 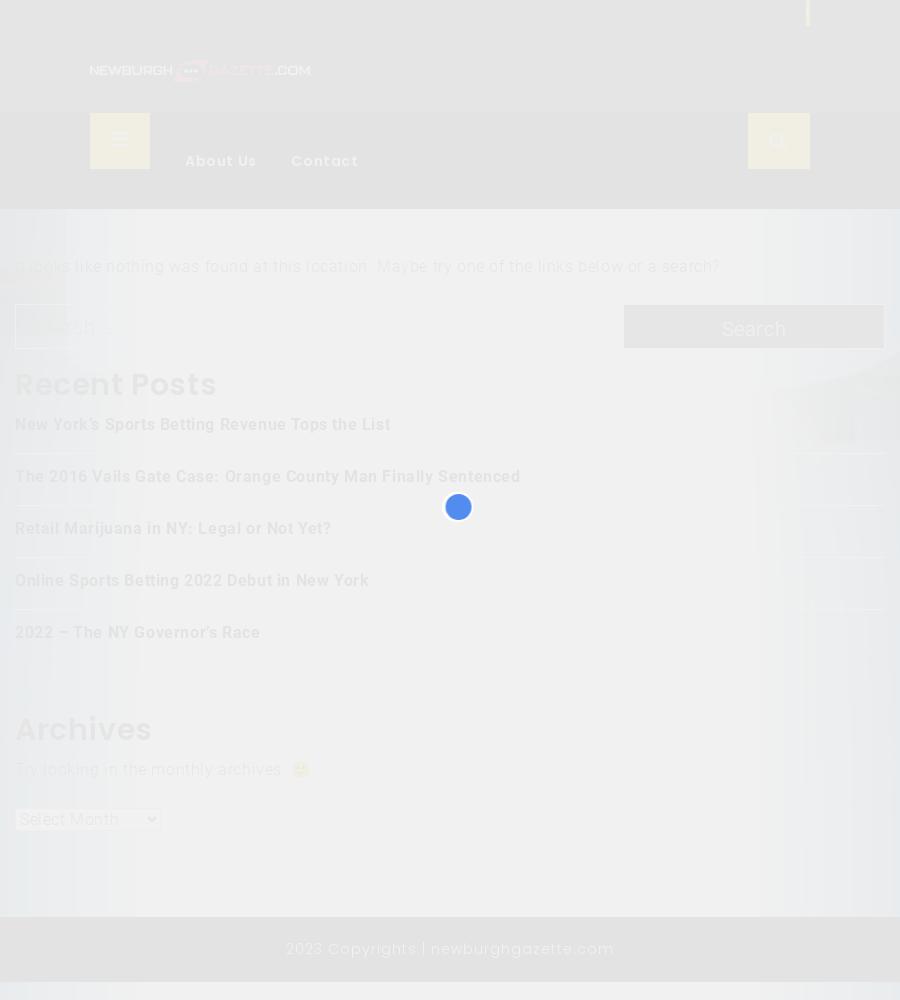 What do you see at coordinates (14, 385) in the screenshot?
I see `'Recent Posts'` at bounding box center [14, 385].